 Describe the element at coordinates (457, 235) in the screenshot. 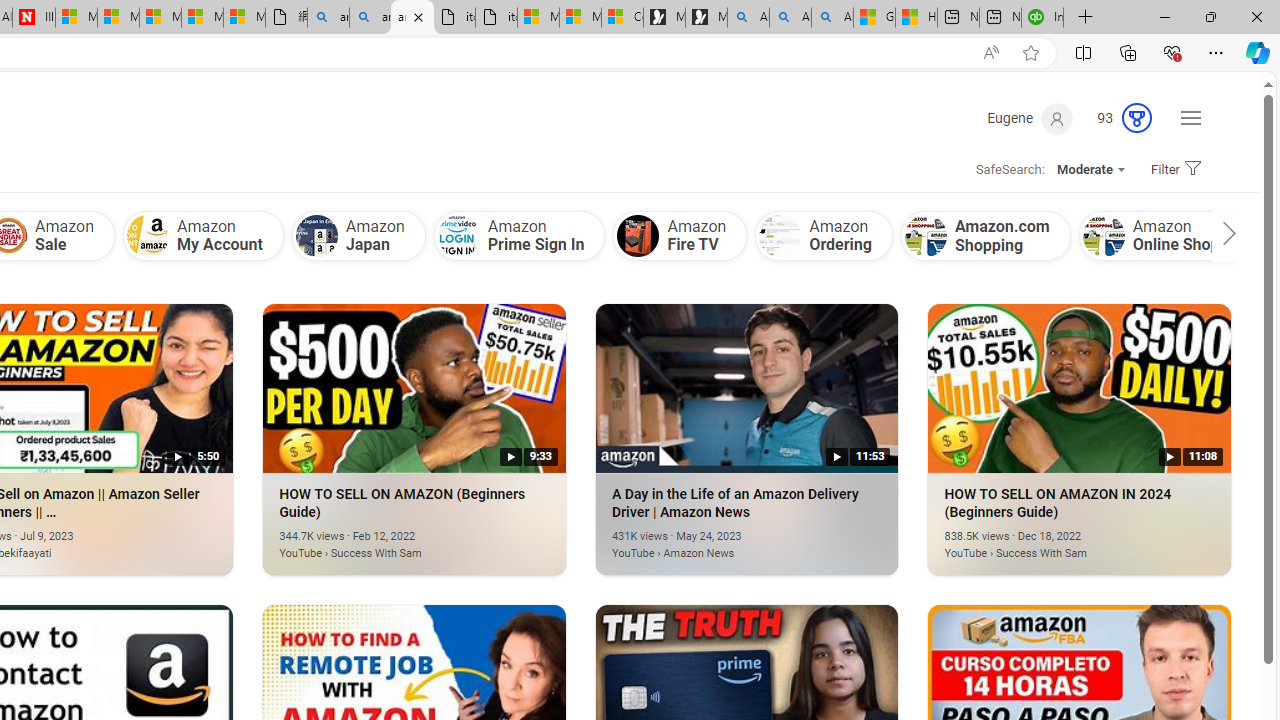

I see `'Amazon Prime Sign In'` at that location.